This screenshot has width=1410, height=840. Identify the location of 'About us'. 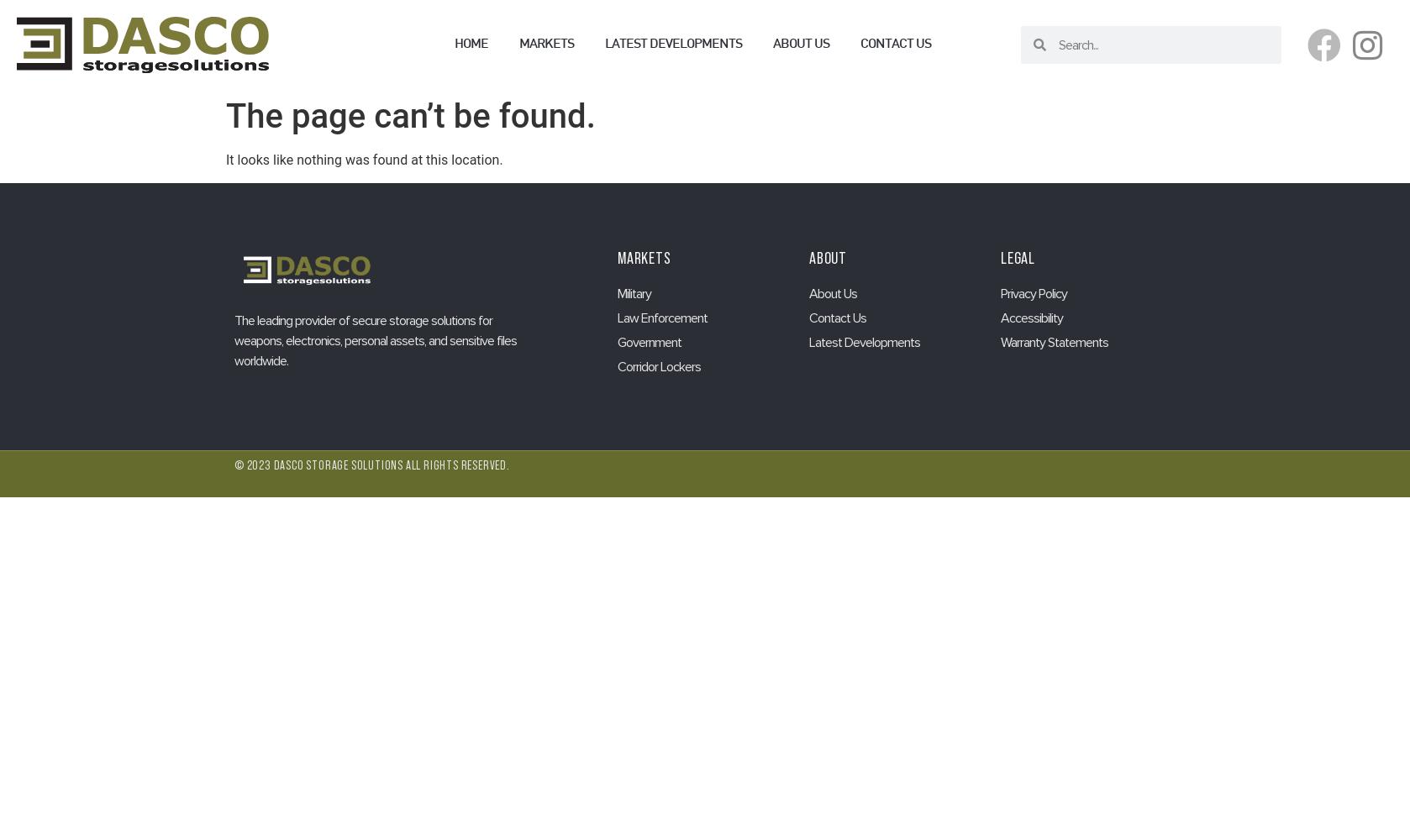
(772, 44).